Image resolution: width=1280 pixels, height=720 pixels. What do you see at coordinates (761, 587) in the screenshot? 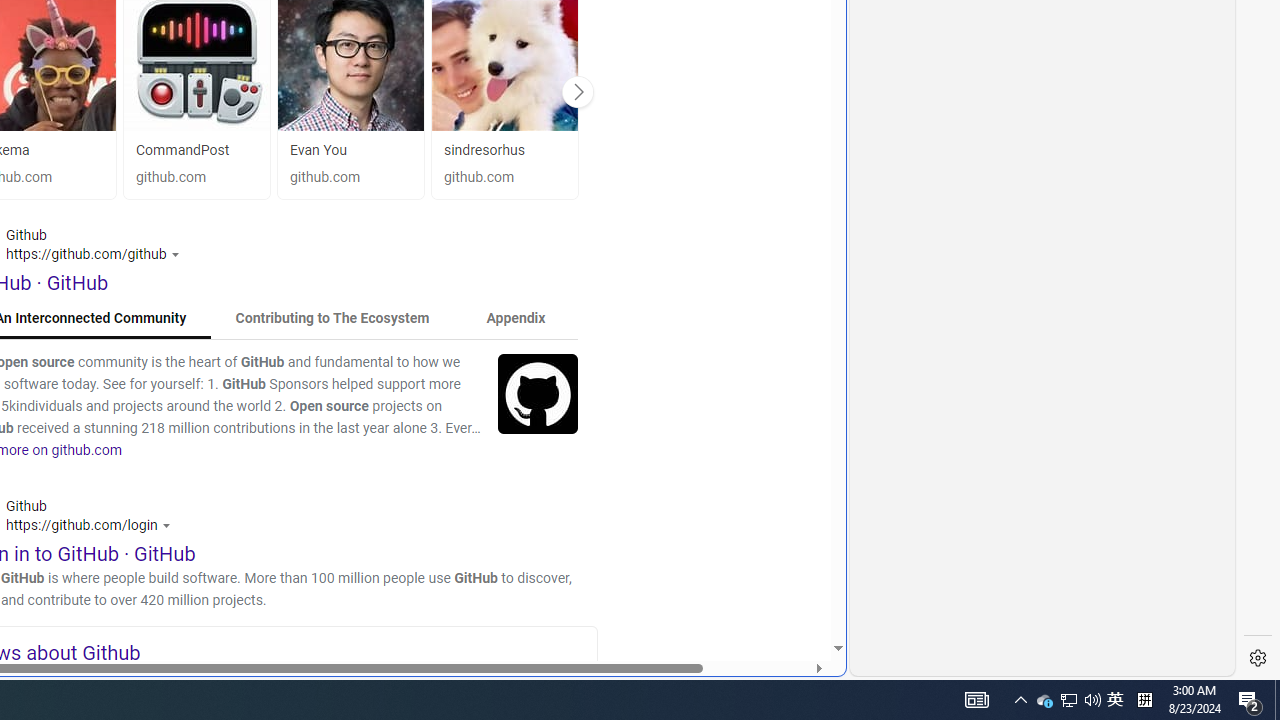
I see `'AutomationID: mfa_root'` at bounding box center [761, 587].